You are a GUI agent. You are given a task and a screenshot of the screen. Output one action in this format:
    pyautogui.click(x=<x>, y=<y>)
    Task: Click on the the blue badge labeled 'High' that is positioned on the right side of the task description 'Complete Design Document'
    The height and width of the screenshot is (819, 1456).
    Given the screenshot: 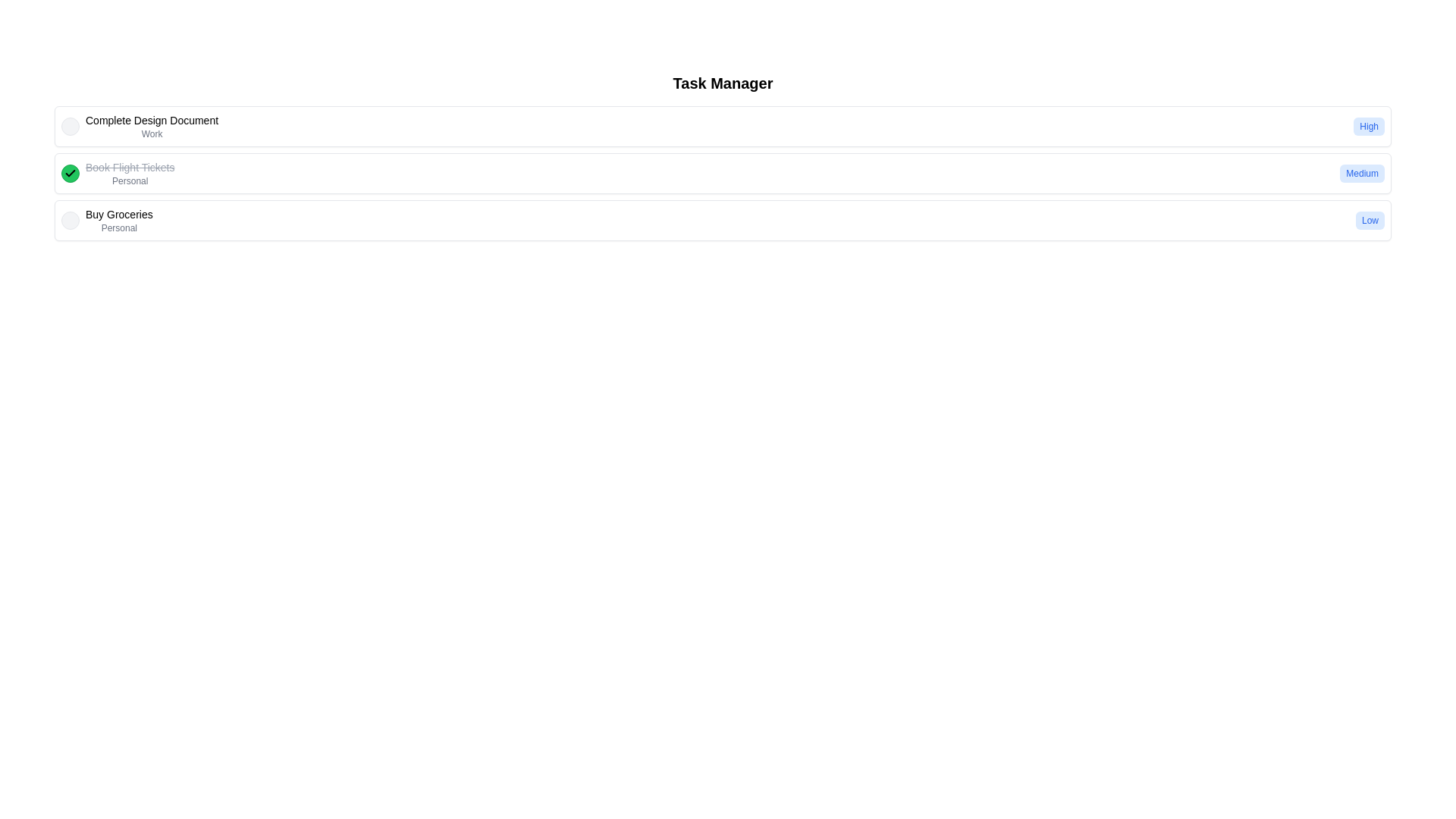 What is the action you would take?
    pyautogui.click(x=1369, y=125)
    